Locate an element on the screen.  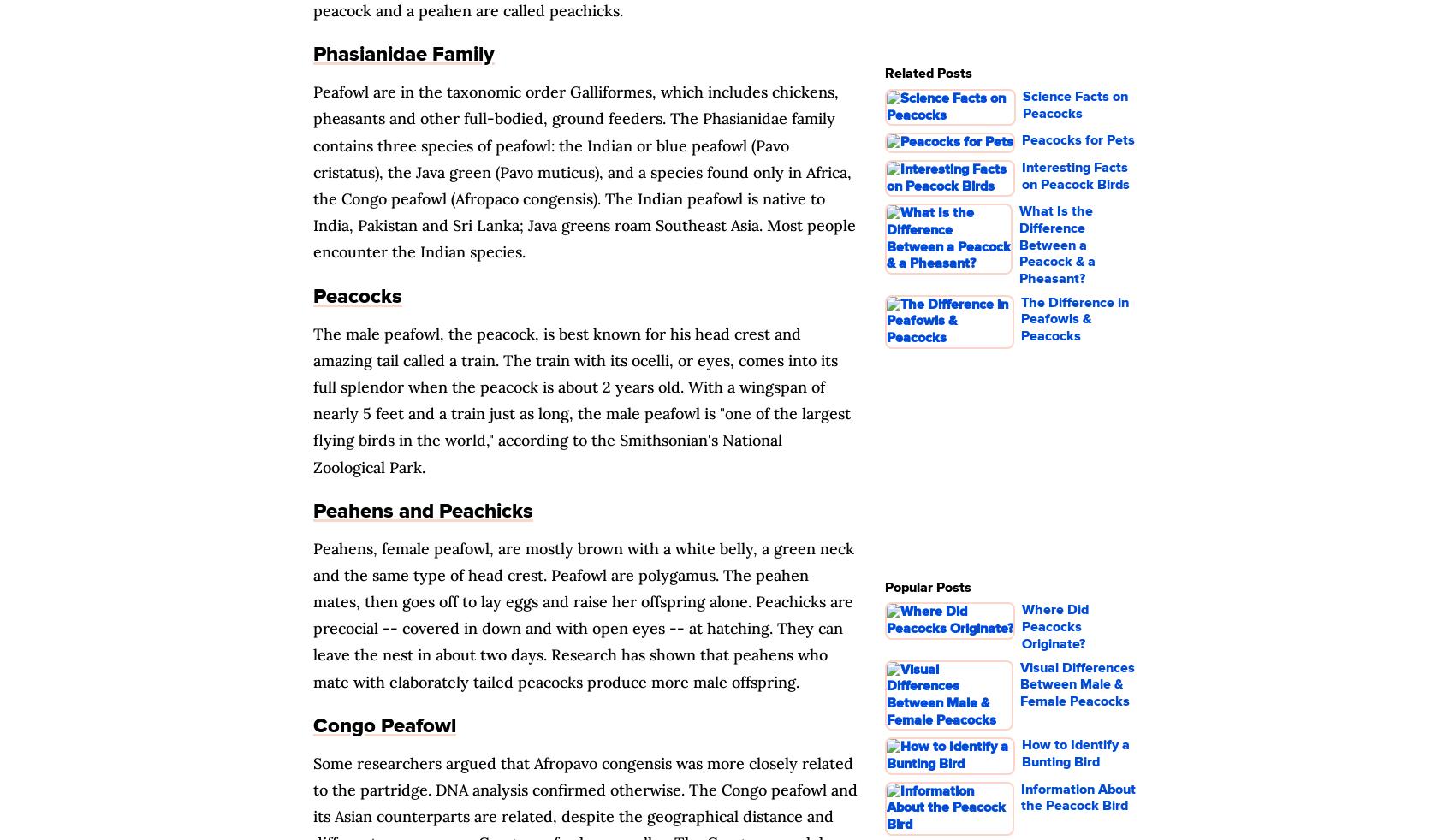
'Peafowl are in the taxonomic order Galliformes, which includes chickens, pheasants and other full-bodied, ground feeders. The Phasianidae family contains three species of peafowl: the Indian or blue peafowl (Pavo cristatus), the Java green (Pavo muticus), and a species found only in Africa, the Congo peafowl (Afropaco congensis). The Indian peafowl is native to India, Pakistan and Sri Lanka; Java greens roam Southeast Asia. Most people encounter the Indian species.' is located at coordinates (585, 171).